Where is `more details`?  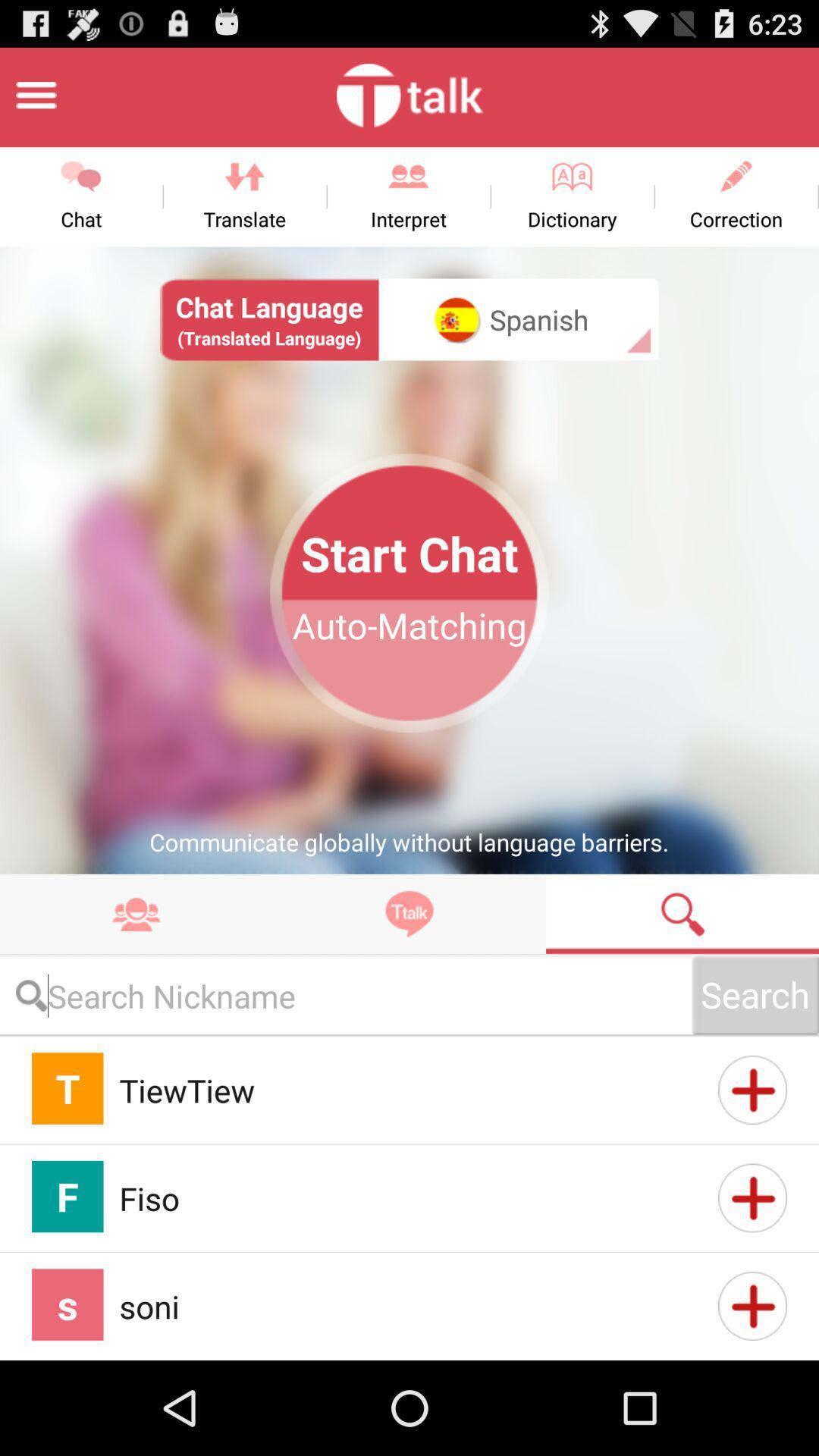 more details is located at coordinates (752, 1089).